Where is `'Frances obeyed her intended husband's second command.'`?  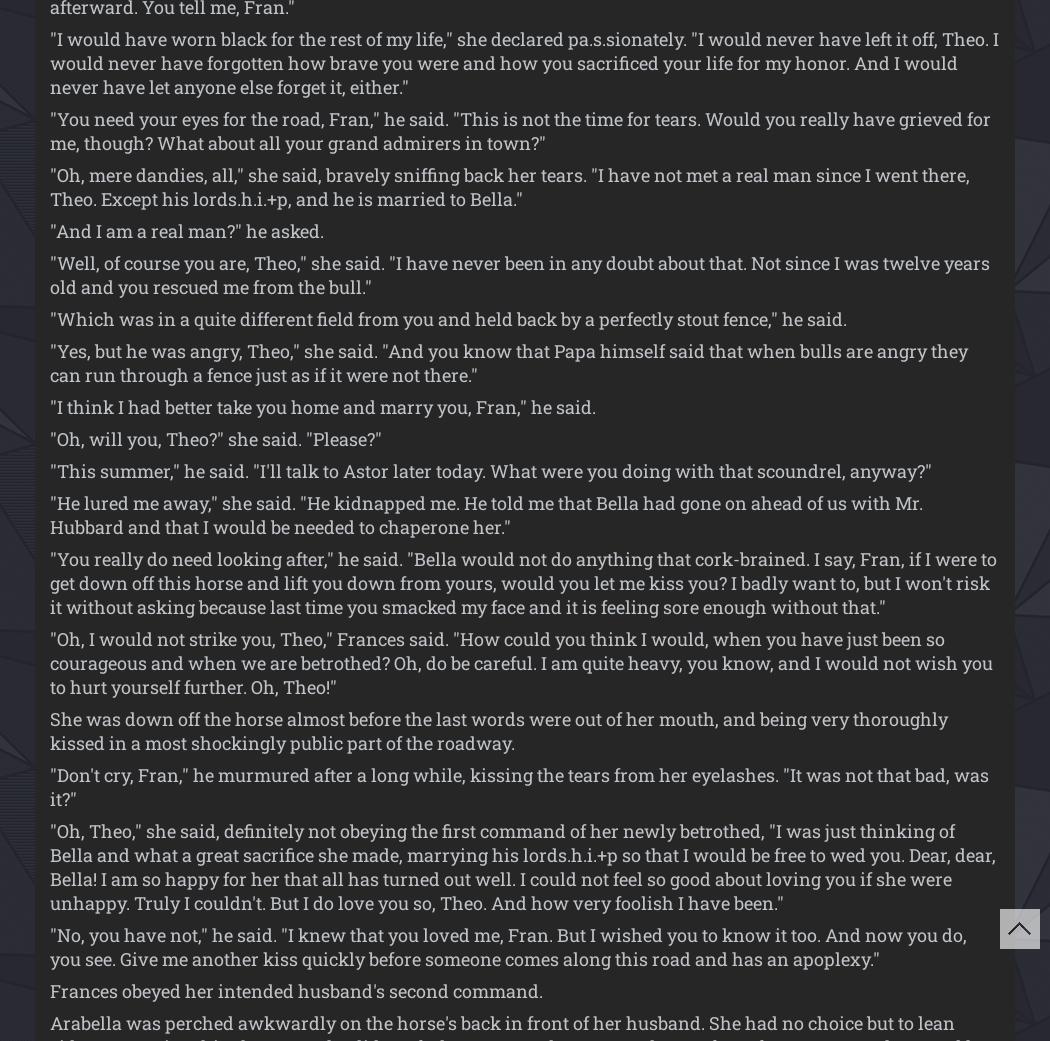 'Frances obeyed her intended husband's second command.' is located at coordinates (295, 989).